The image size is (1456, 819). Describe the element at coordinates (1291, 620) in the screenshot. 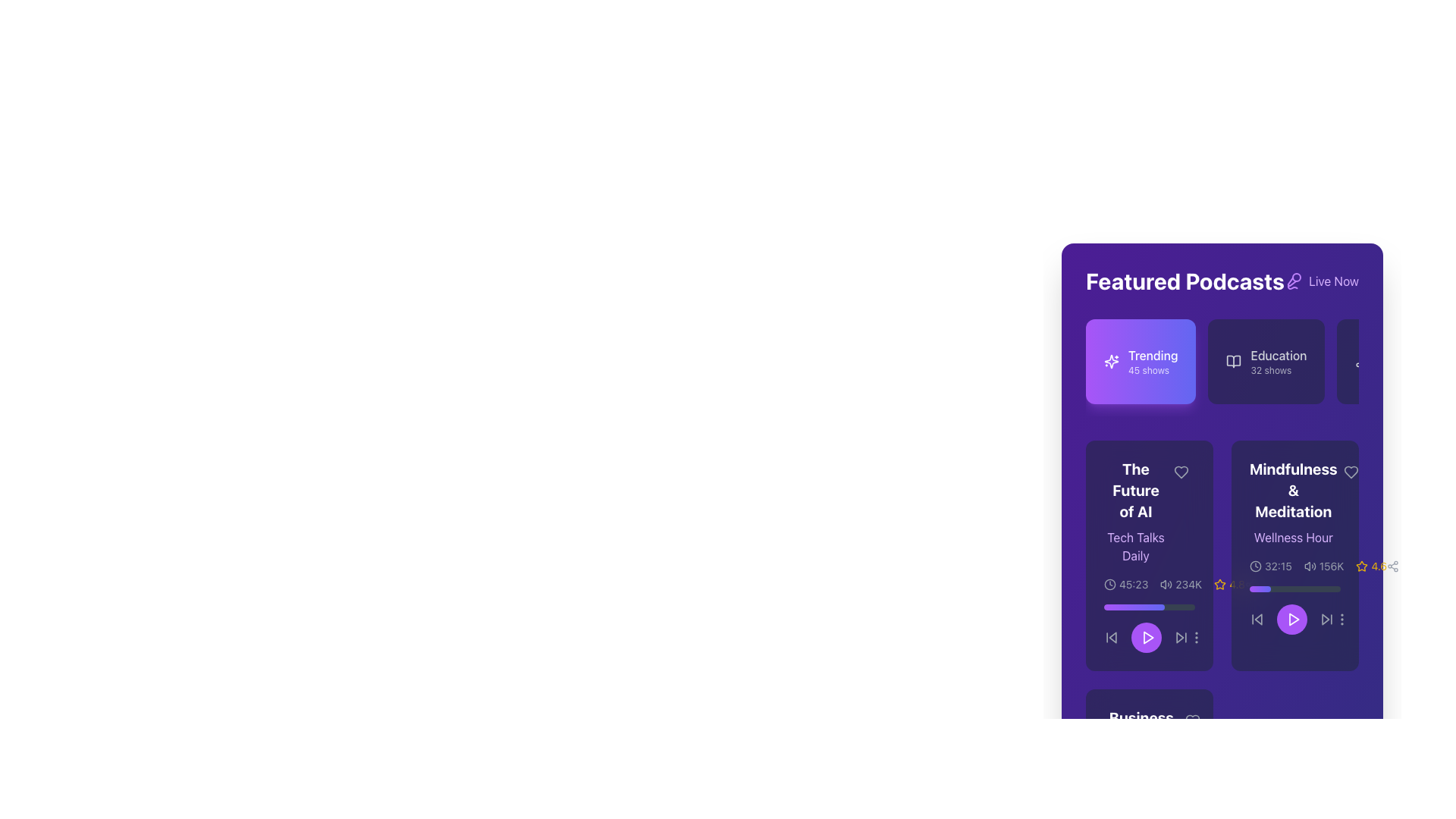

I see `the playback button located at the center of the group of three buttons in the bottom section of the 'Mindfulness & Meditation' podcast card` at that location.